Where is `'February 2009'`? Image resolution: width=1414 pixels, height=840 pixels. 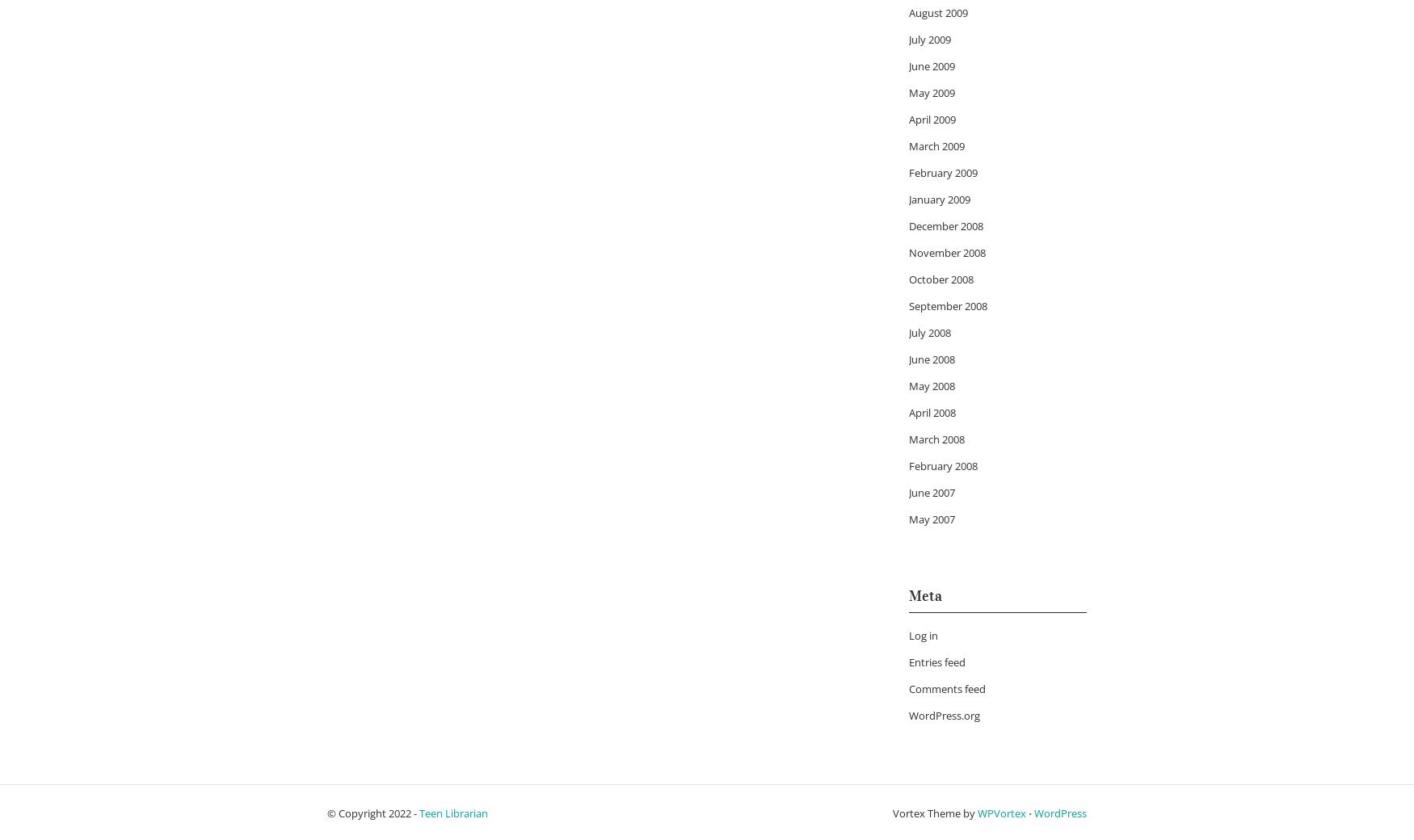 'February 2009' is located at coordinates (942, 171).